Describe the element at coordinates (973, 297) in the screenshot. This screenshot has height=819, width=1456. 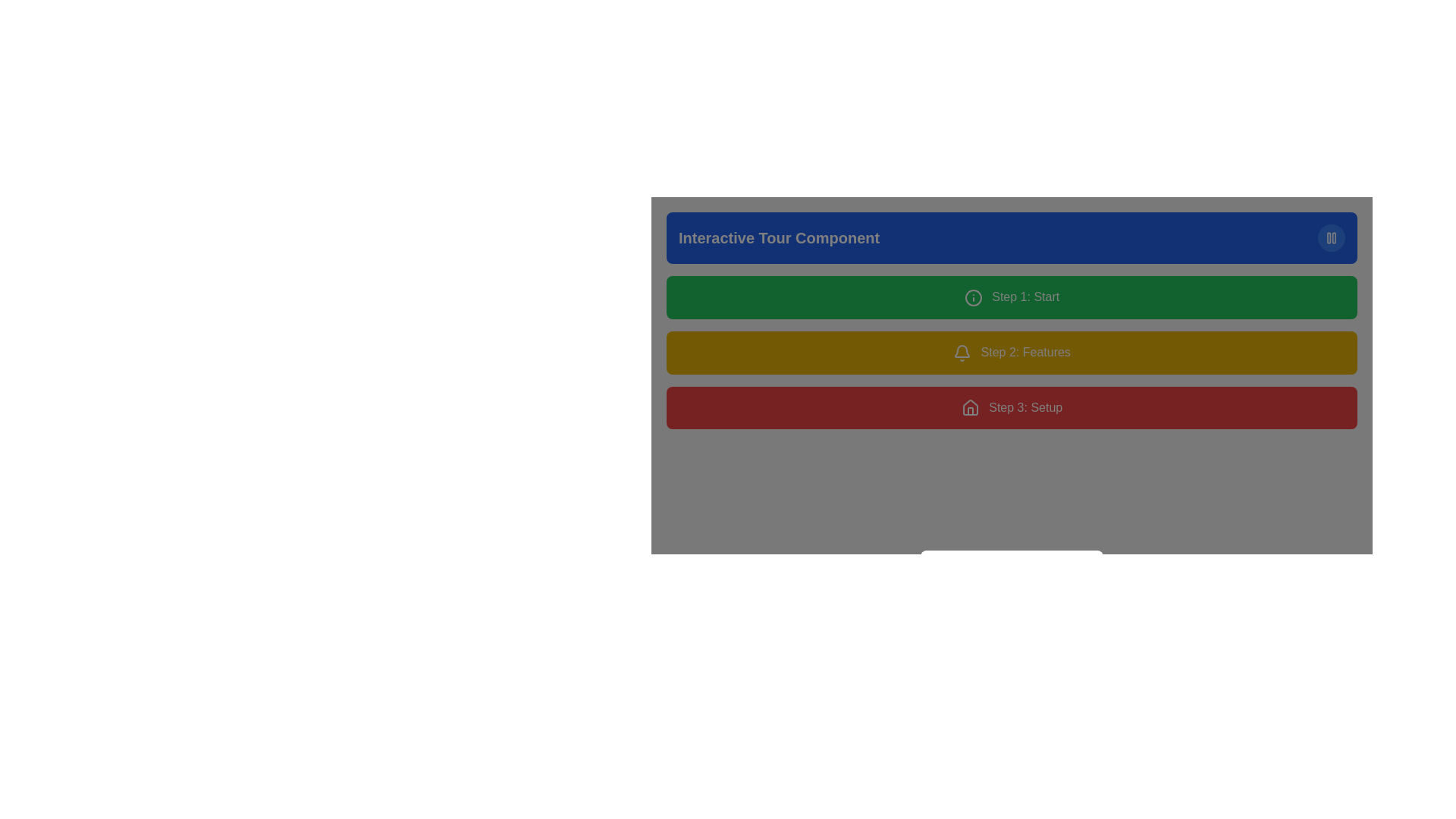
I see `the visual marker icon representing 'Step 1: Start', which is located inside the green section on the left side of the label` at that location.